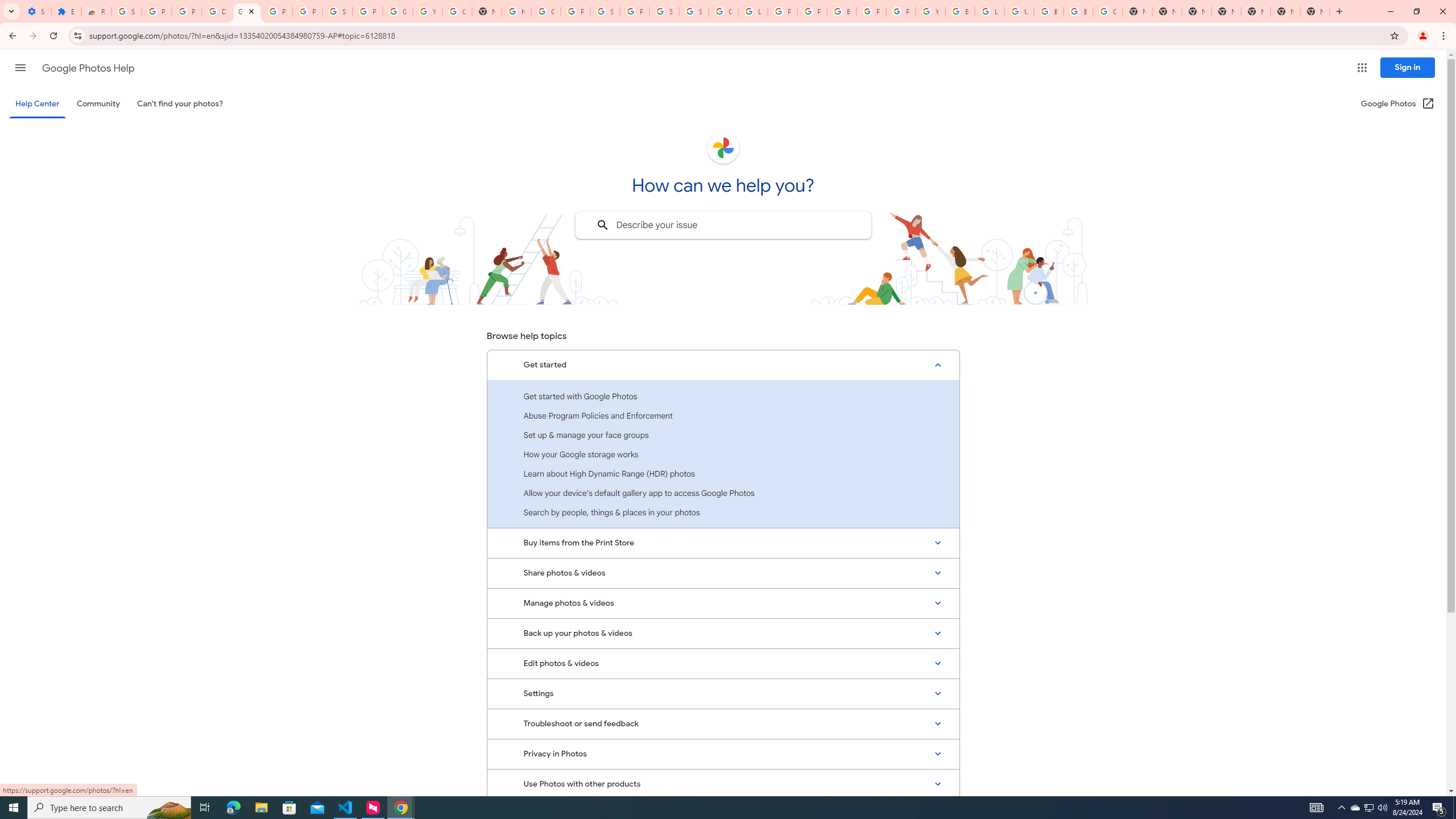  I want to click on 'Settings - On startup', so click(36, 11).